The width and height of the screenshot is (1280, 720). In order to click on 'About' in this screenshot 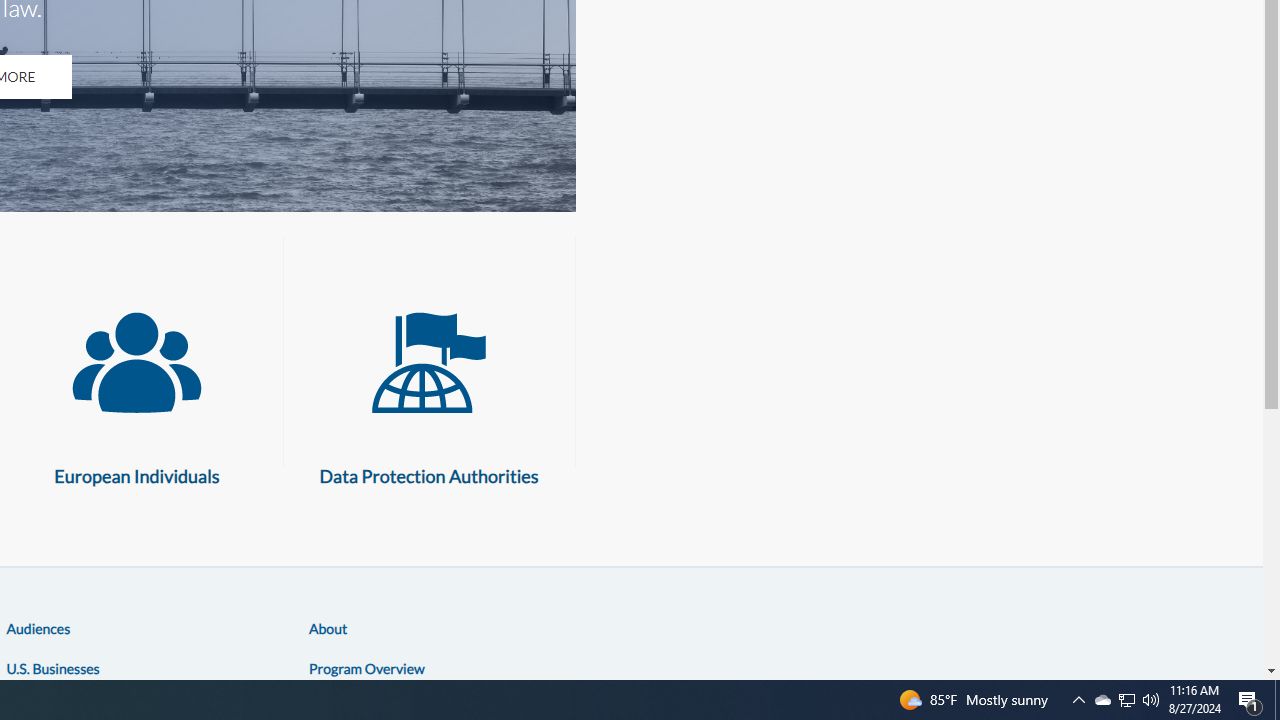, I will do `click(328, 627)`.